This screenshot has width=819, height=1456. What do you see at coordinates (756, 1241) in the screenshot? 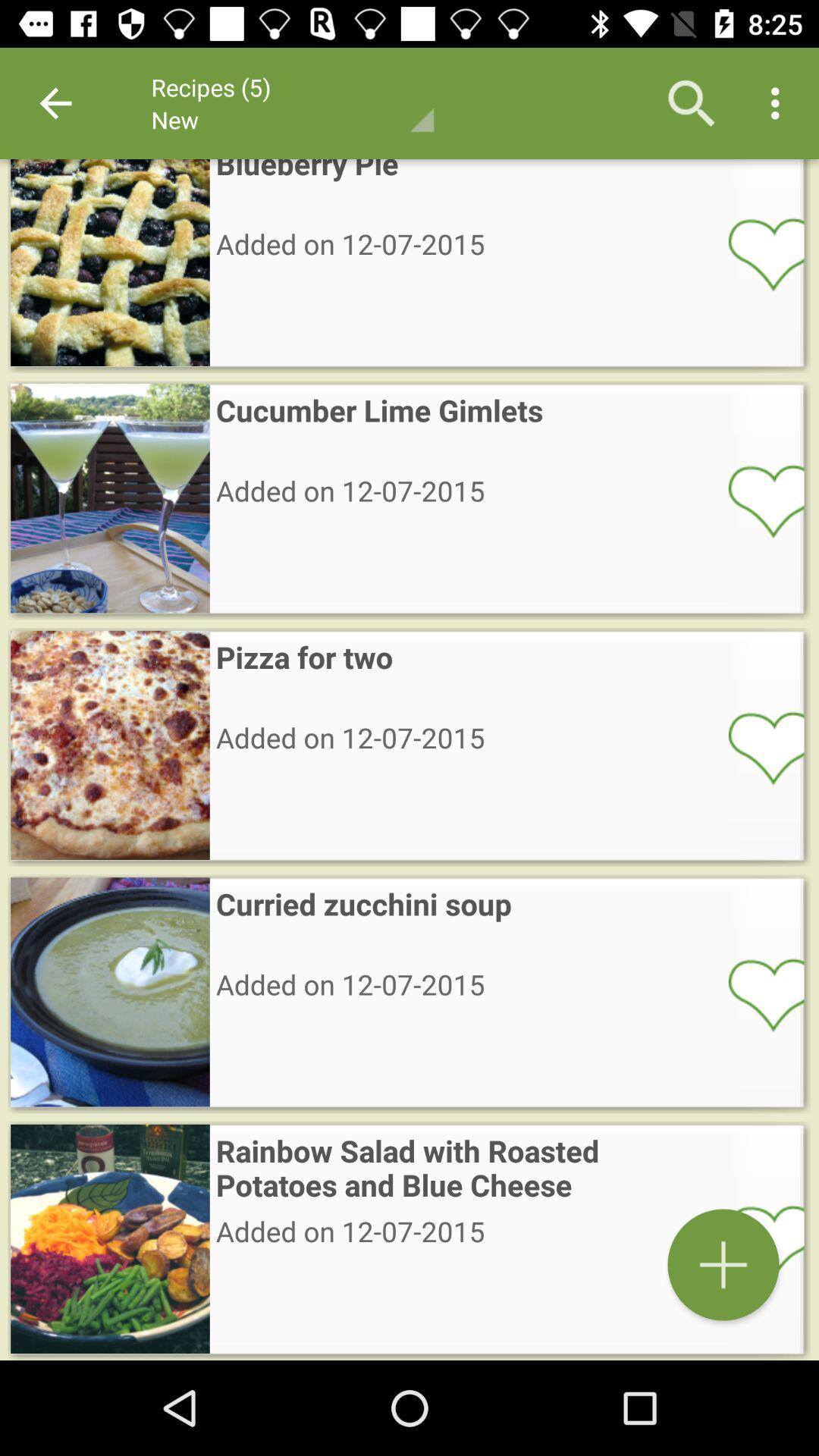
I see `share the article` at bounding box center [756, 1241].